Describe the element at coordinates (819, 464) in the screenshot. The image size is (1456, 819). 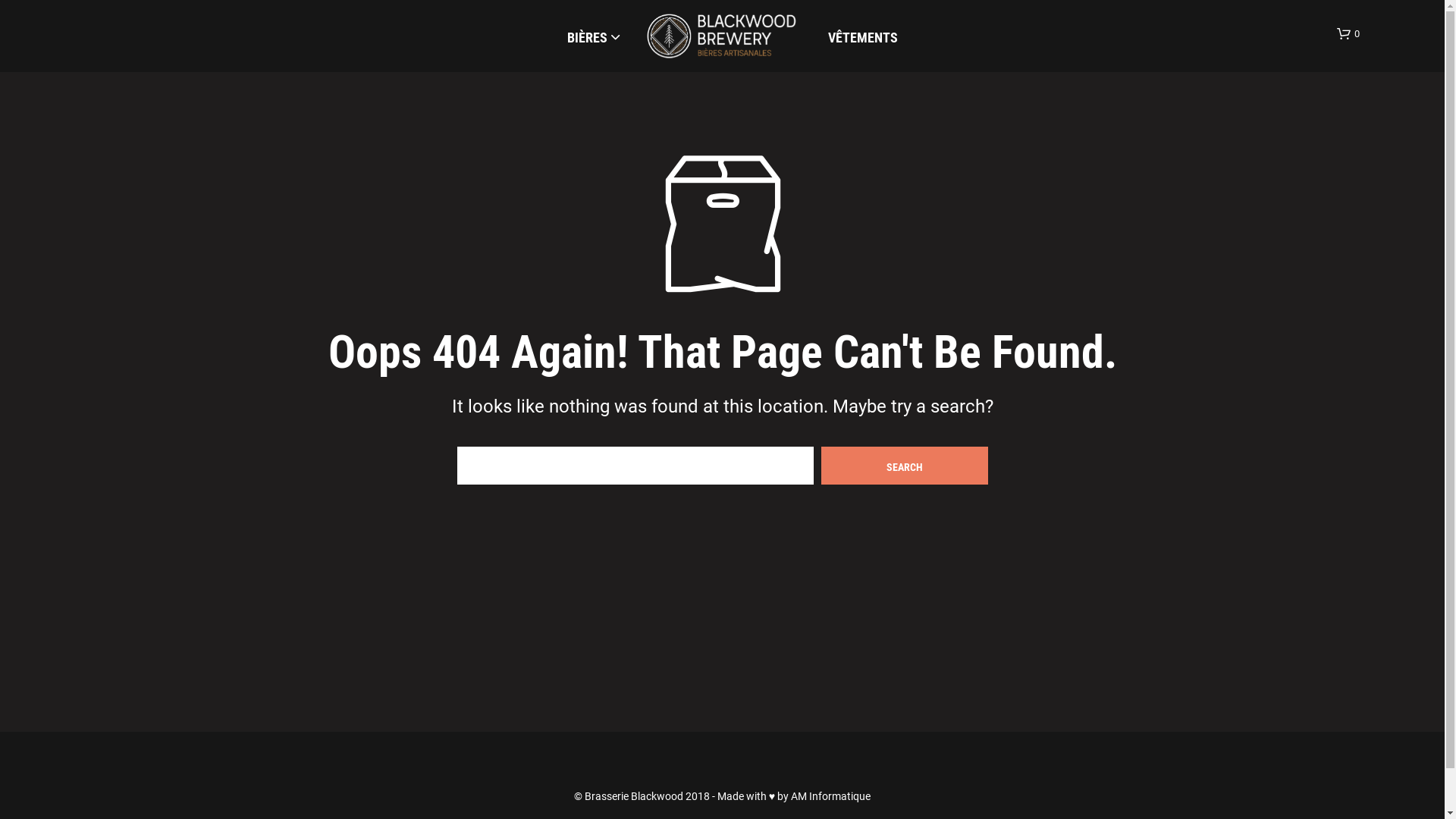
I see `'Search'` at that location.